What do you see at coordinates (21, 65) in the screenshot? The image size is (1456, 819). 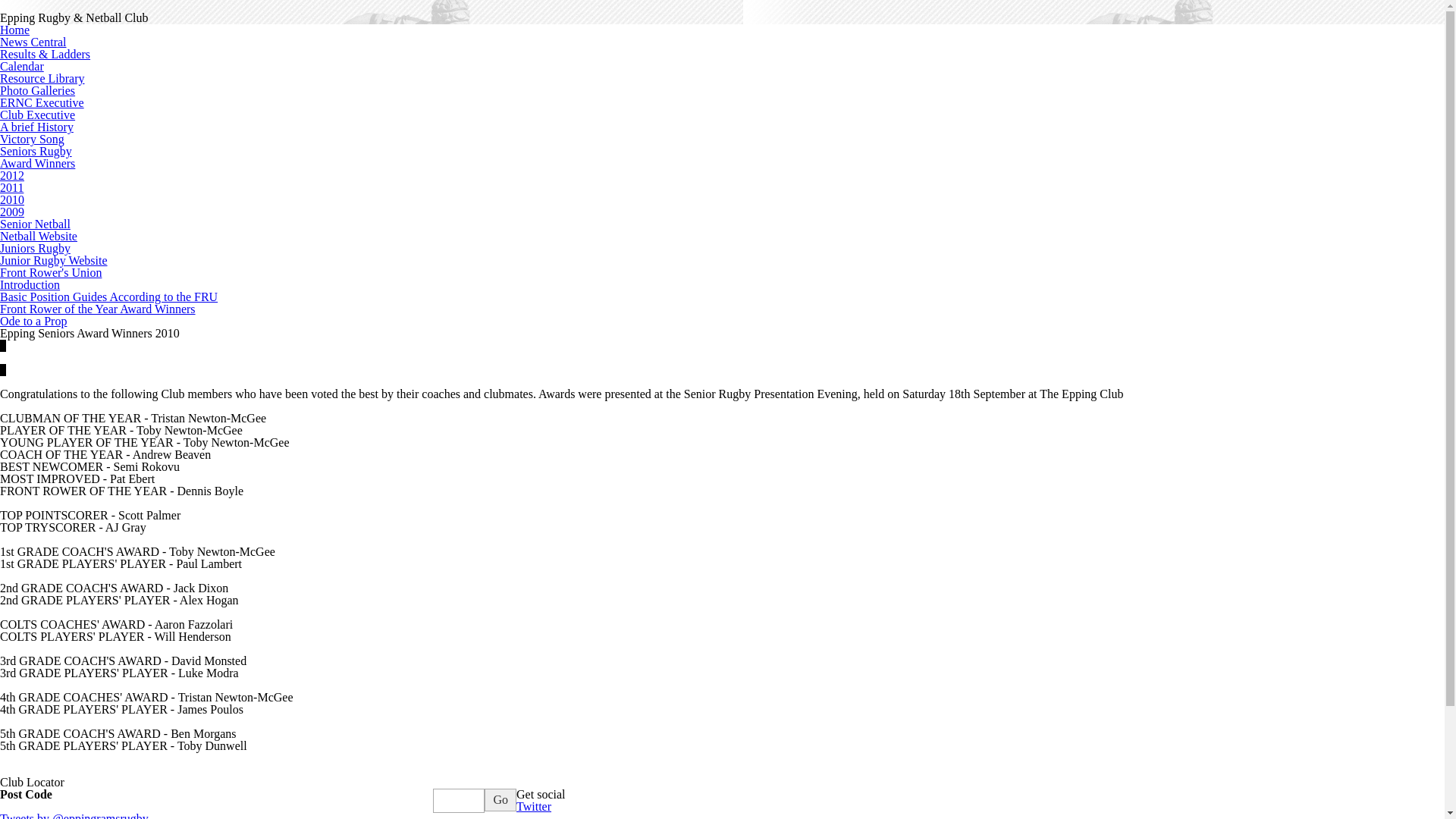 I see `'Calendar'` at bounding box center [21, 65].